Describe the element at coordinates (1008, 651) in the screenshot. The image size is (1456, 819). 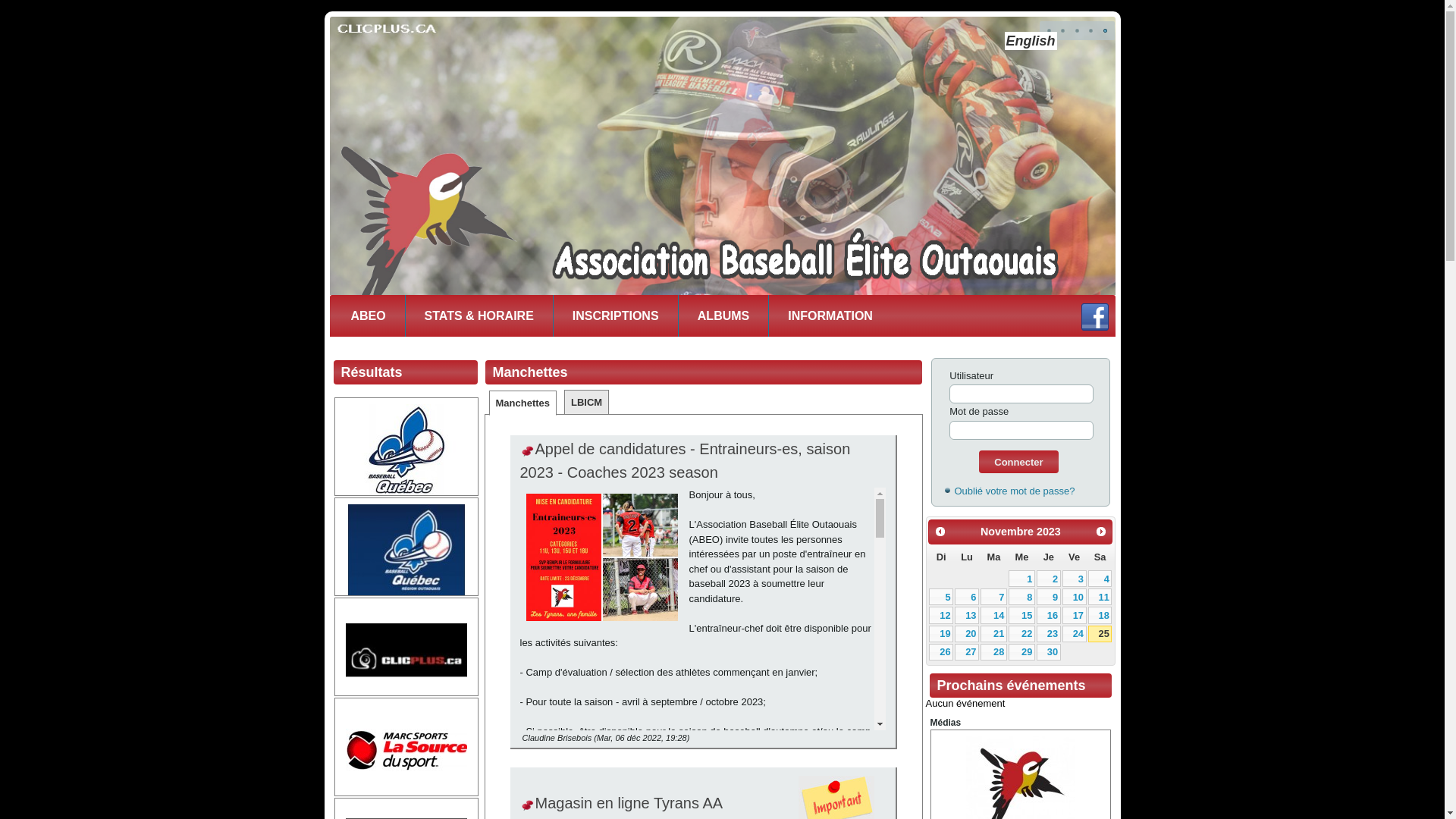
I see `'29'` at that location.